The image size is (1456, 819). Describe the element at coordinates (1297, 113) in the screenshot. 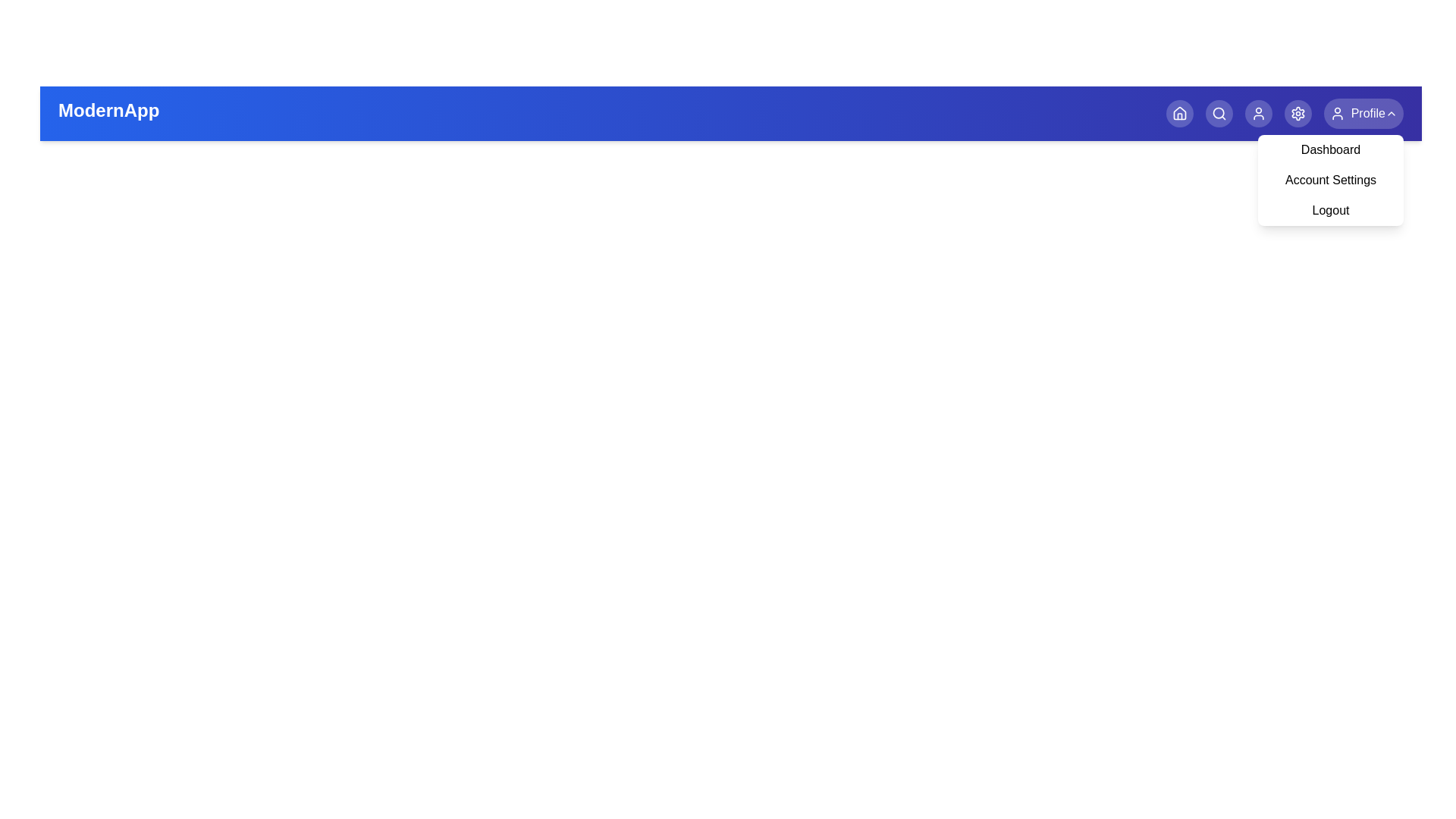

I see `the icon button corresponding to Settings` at that location.